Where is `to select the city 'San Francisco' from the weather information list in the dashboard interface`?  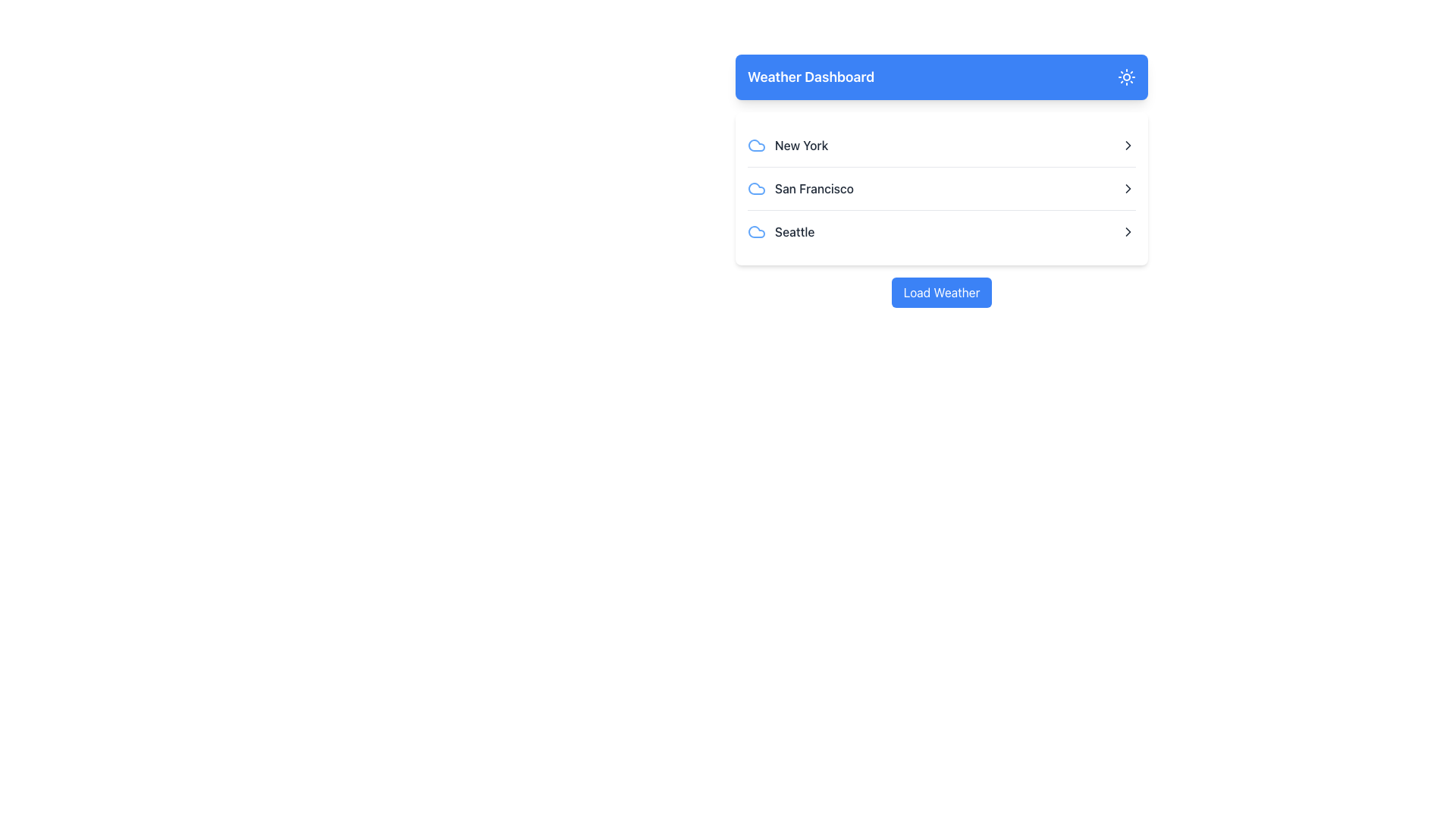
to select the city 'San Francisco' from the weather information list in the dashboard interface is located at coordinates (941, 180).